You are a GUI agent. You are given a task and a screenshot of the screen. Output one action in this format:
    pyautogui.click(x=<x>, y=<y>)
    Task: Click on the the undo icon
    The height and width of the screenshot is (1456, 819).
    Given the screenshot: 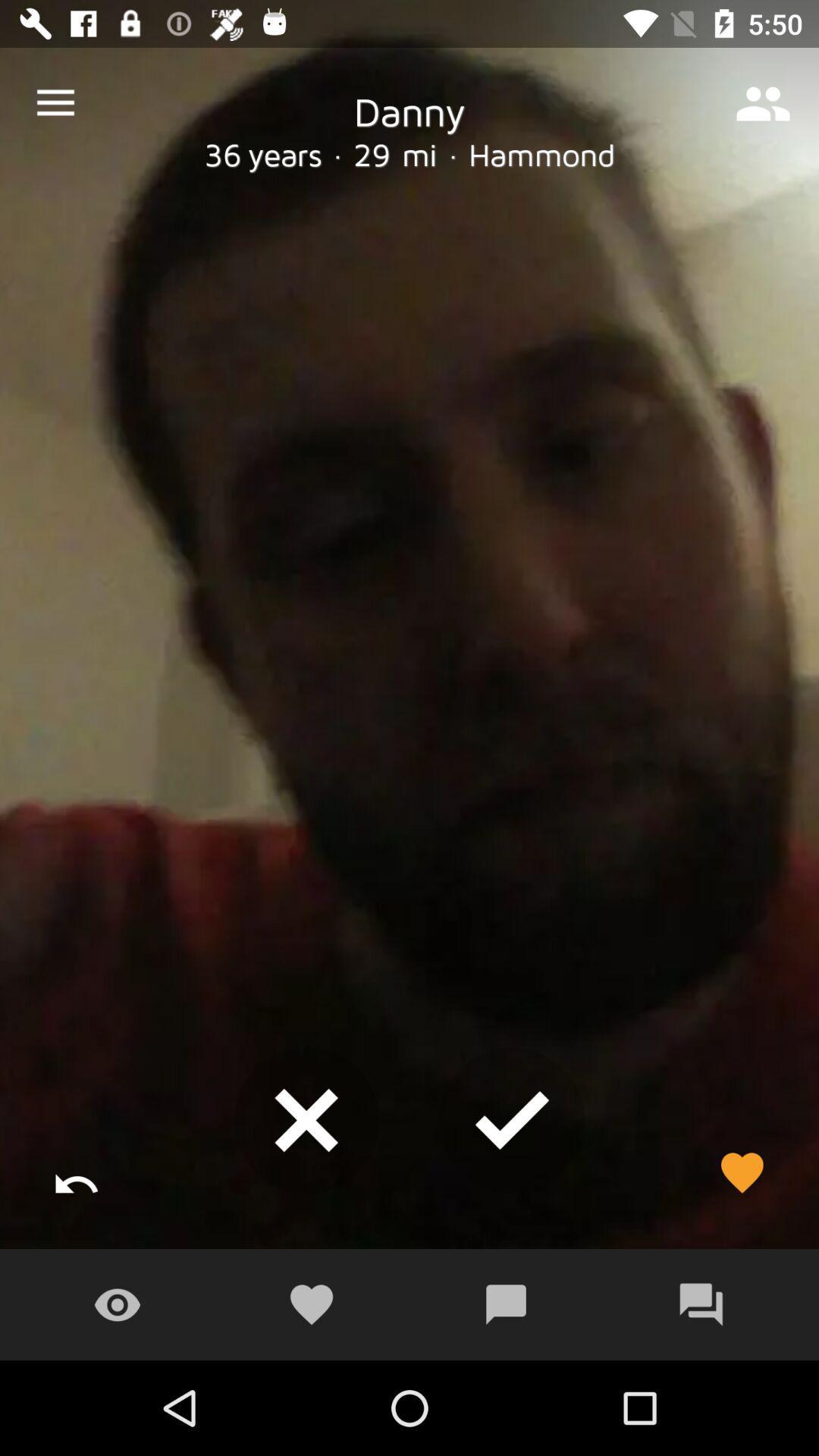 What is the action you would take?
    pyautogui.click(x=77, y=1172)
    